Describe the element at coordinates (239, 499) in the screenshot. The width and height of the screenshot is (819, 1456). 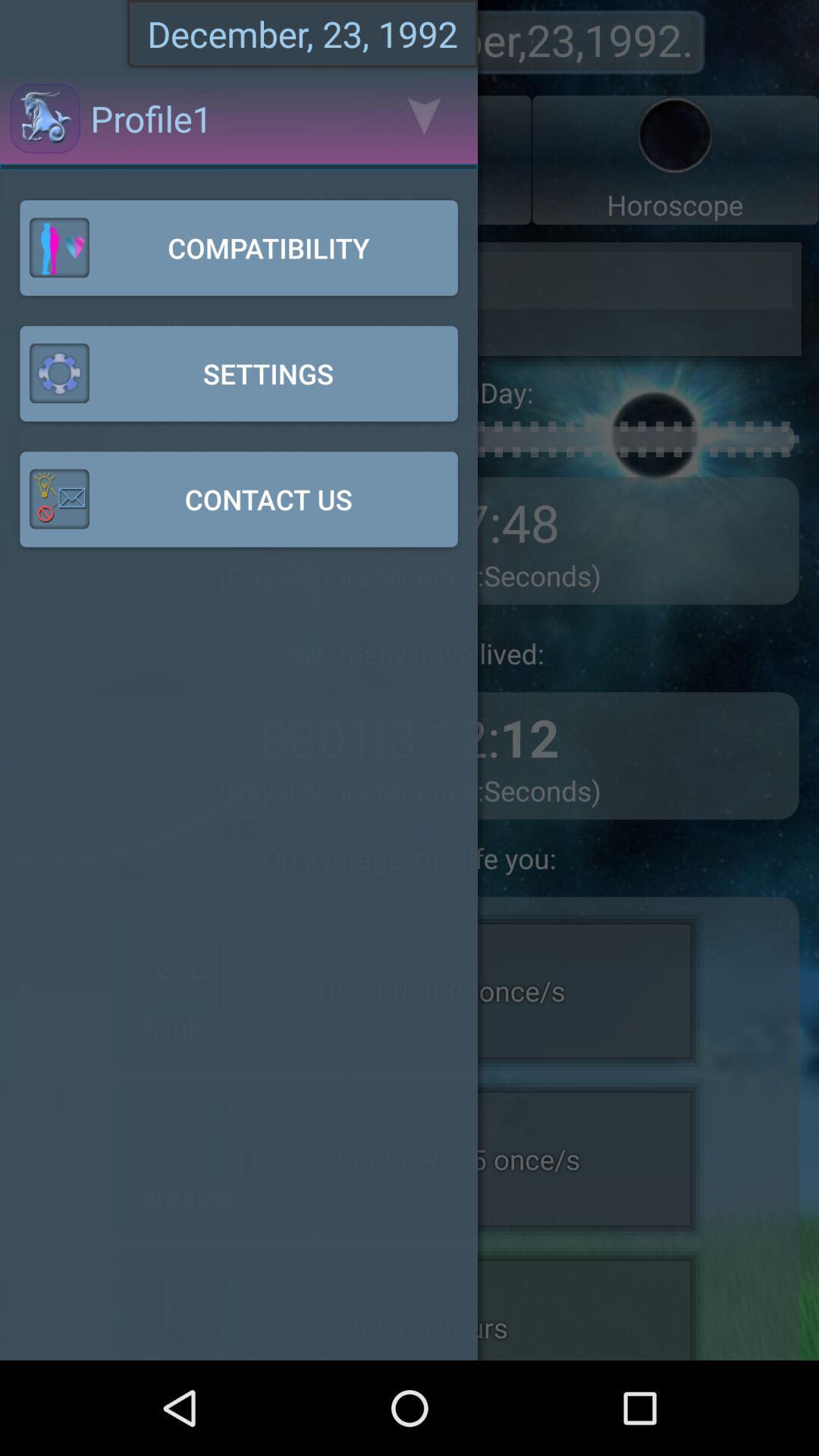
I see `contact us button` at that location.